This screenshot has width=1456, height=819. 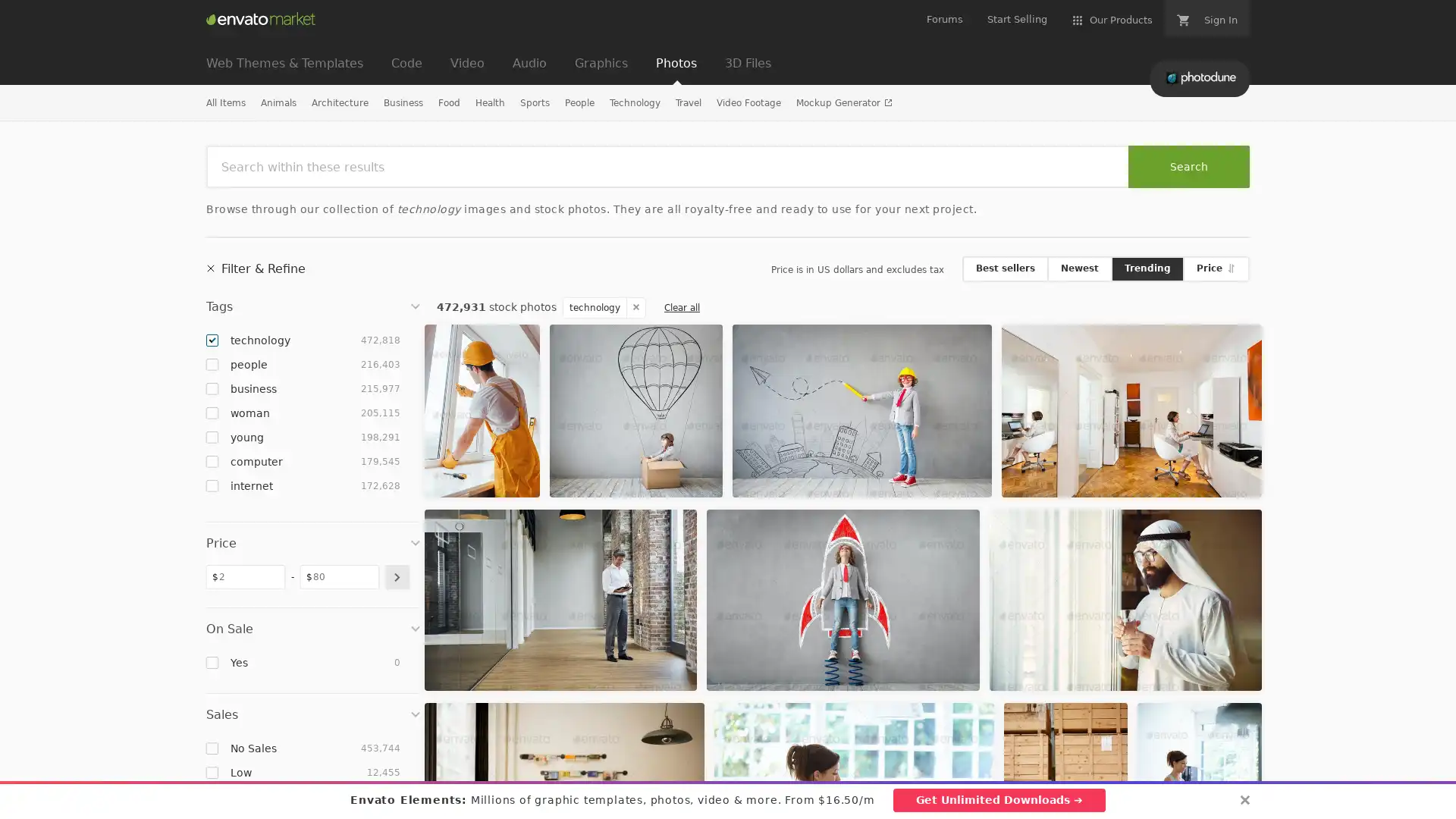 What do you see at coordinates (1241, 343) in the screenshot?
I see `Add to Favorites` at bounding box center [1241, 343].